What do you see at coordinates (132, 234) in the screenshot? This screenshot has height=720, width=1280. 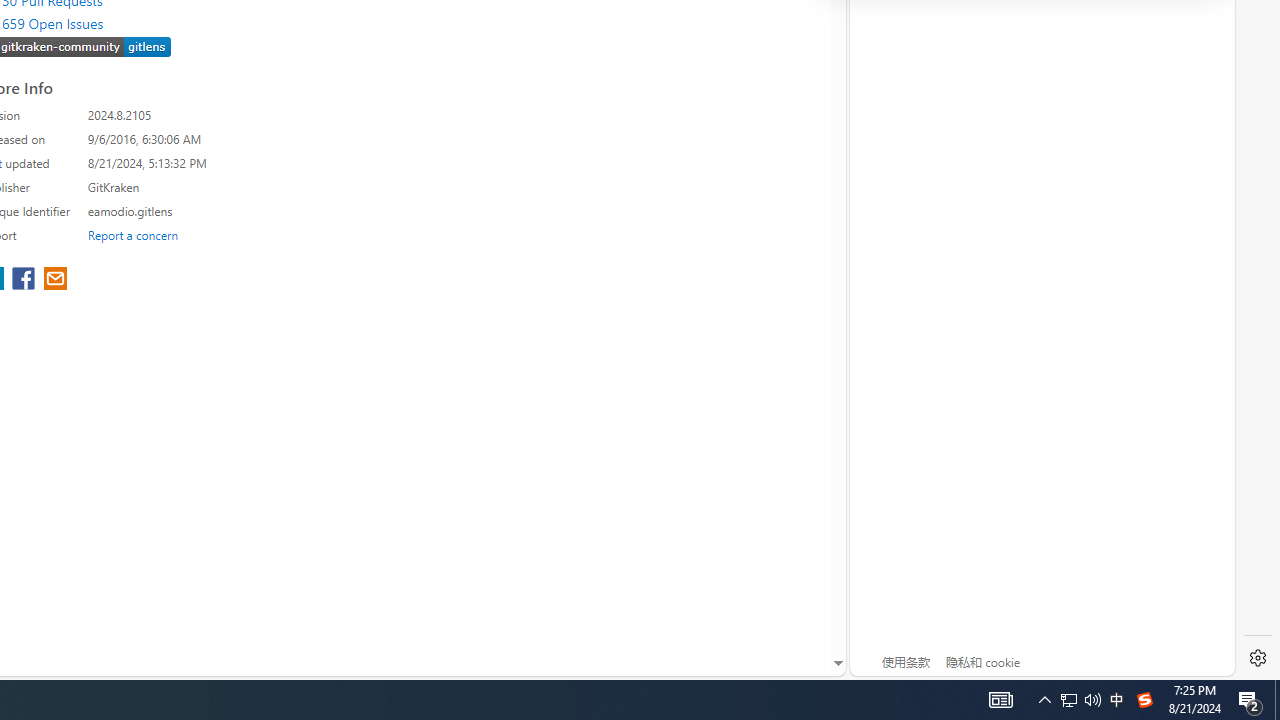 I see `'Report a concern'` at bounding box center [132, 234].